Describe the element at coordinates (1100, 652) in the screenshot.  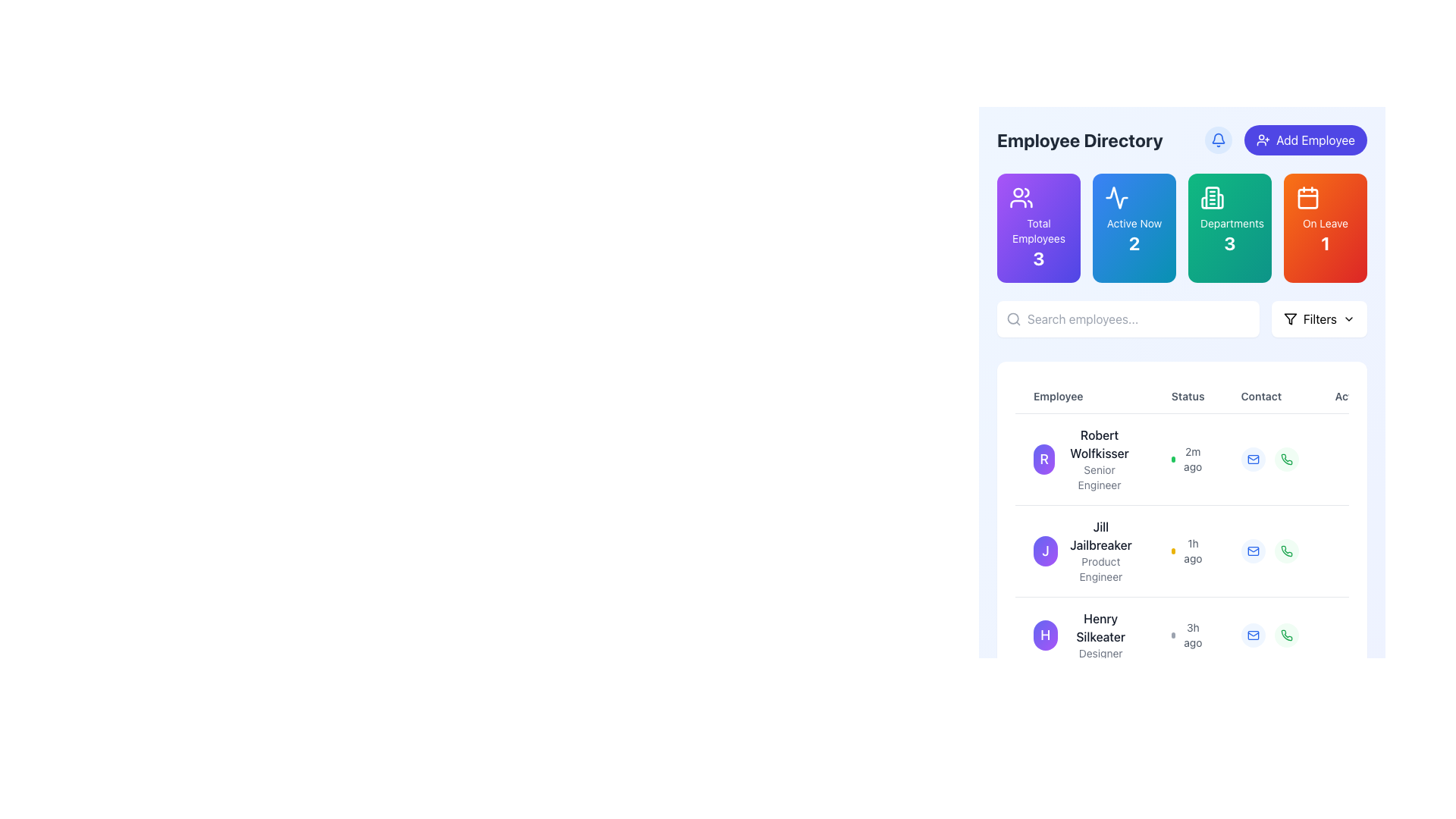
I see `the 'Designer' text label, which is styled in small, gray text and positioned below 'Henry Silkeater' in the employee information list` at that location.